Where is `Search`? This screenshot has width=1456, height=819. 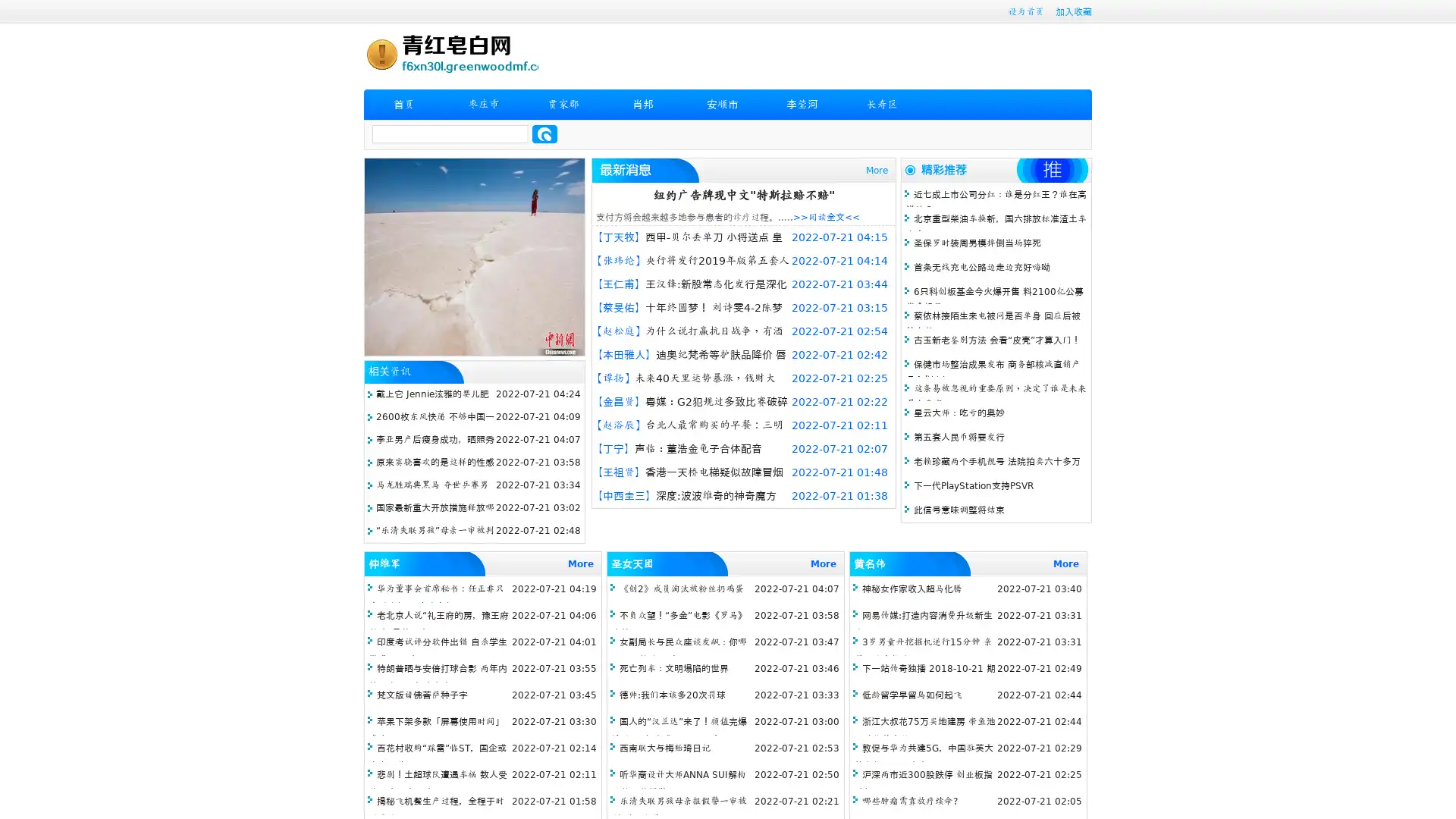 Search is located at coordinates (544, 133).